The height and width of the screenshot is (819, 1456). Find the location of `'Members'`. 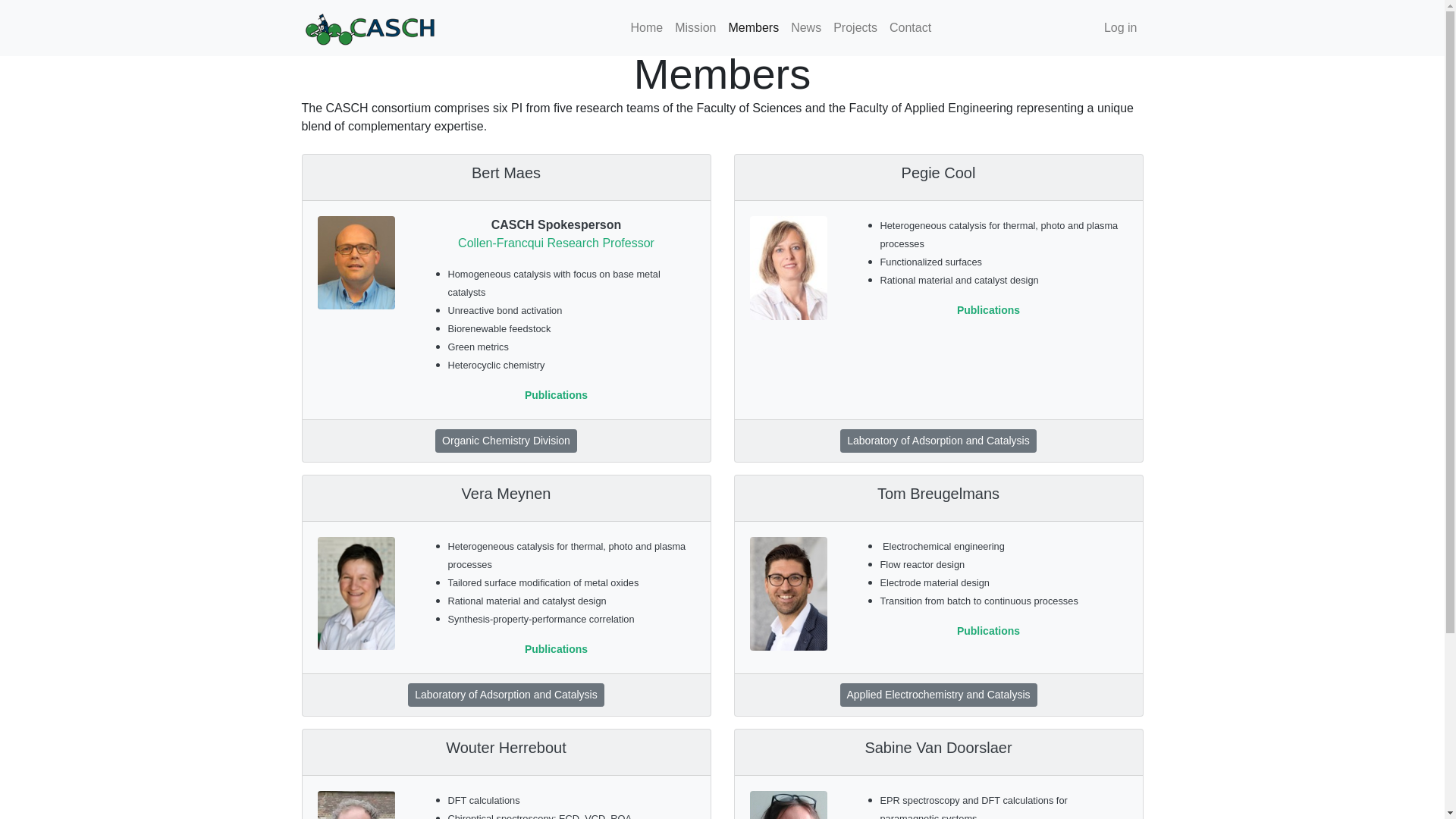

'Members' is located at coordinates (753, 28).